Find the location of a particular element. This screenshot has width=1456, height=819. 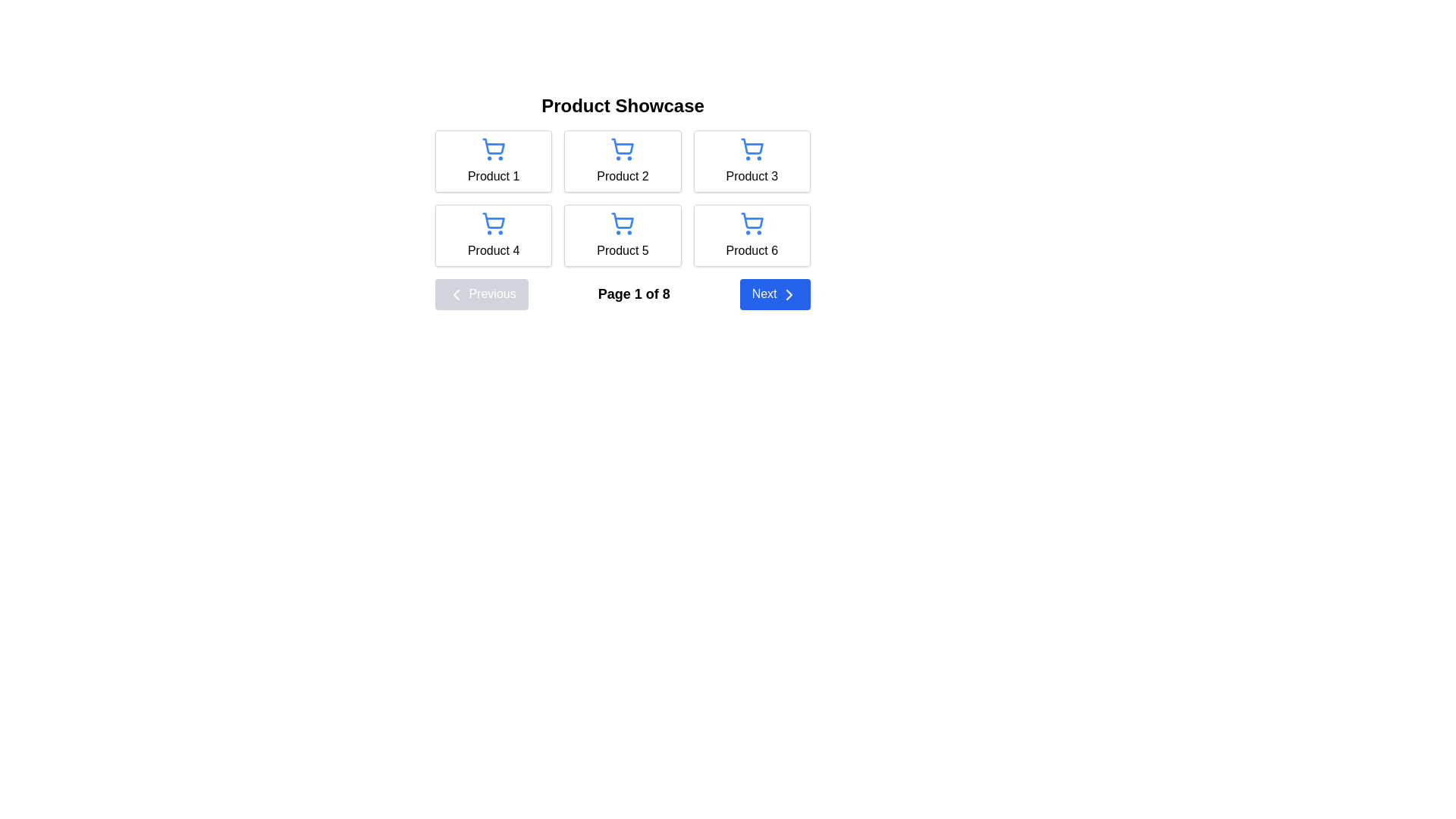

the shopping cart icon located at the top center of the 'Product 2' card is located at coordinates (623, 149).